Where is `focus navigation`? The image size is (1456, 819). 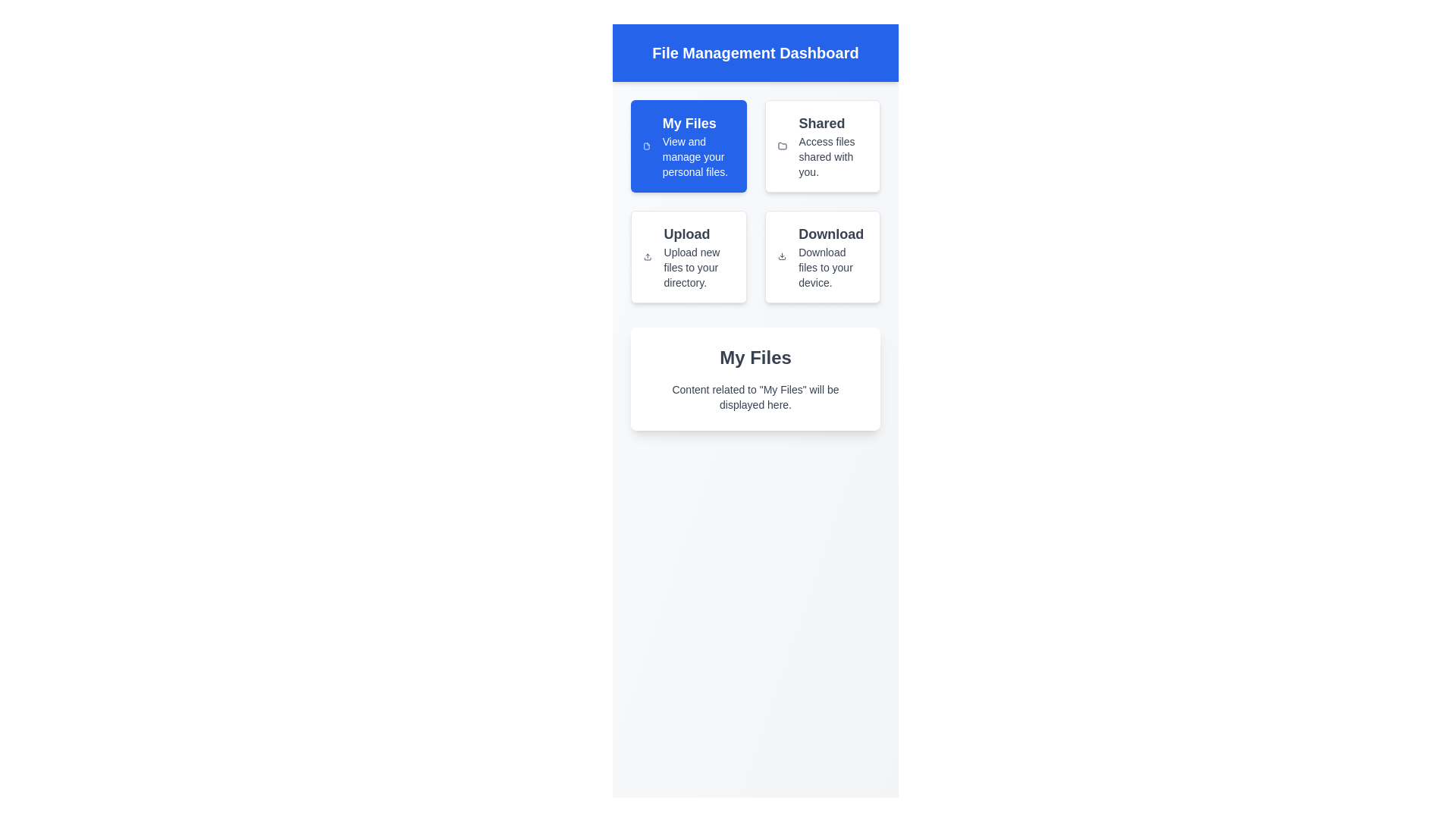 focus navigation is located at coordinates (698, 157).